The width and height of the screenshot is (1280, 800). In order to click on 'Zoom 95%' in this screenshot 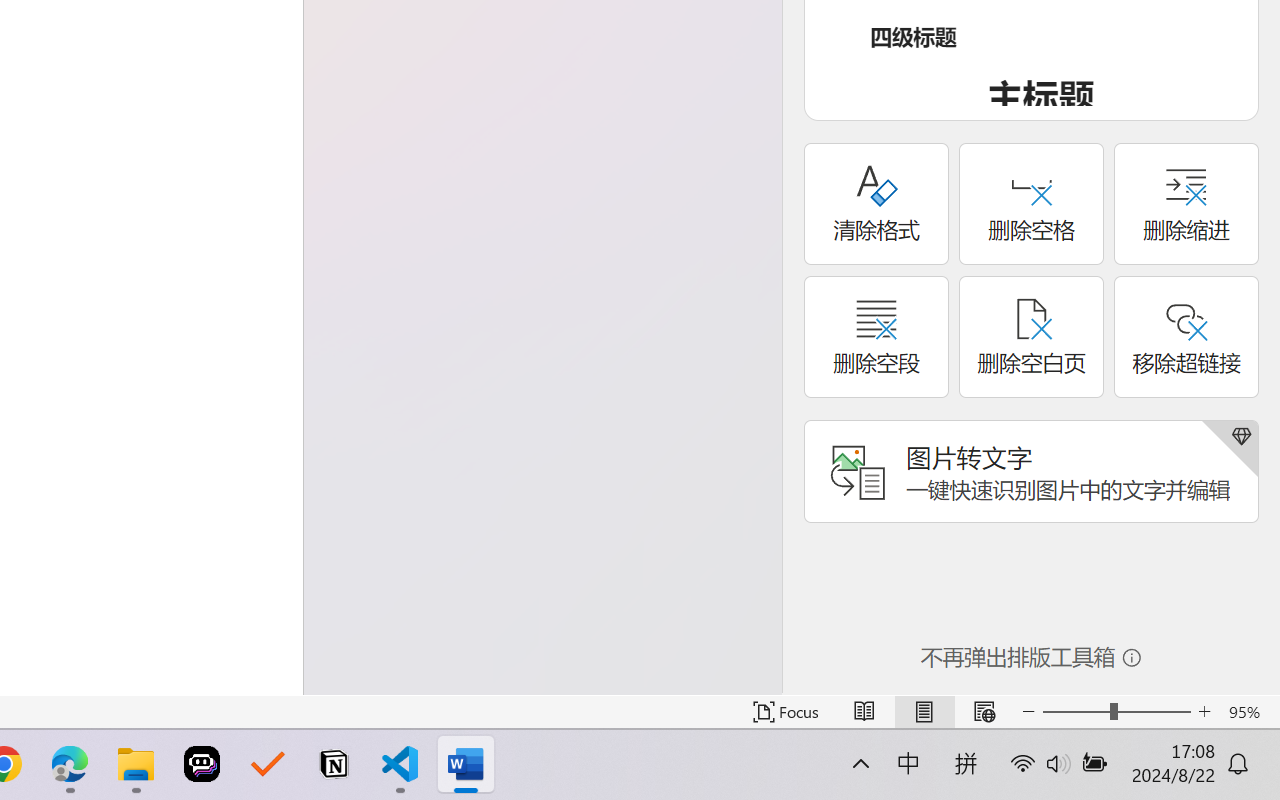, I will do `click(1248, 711)`.